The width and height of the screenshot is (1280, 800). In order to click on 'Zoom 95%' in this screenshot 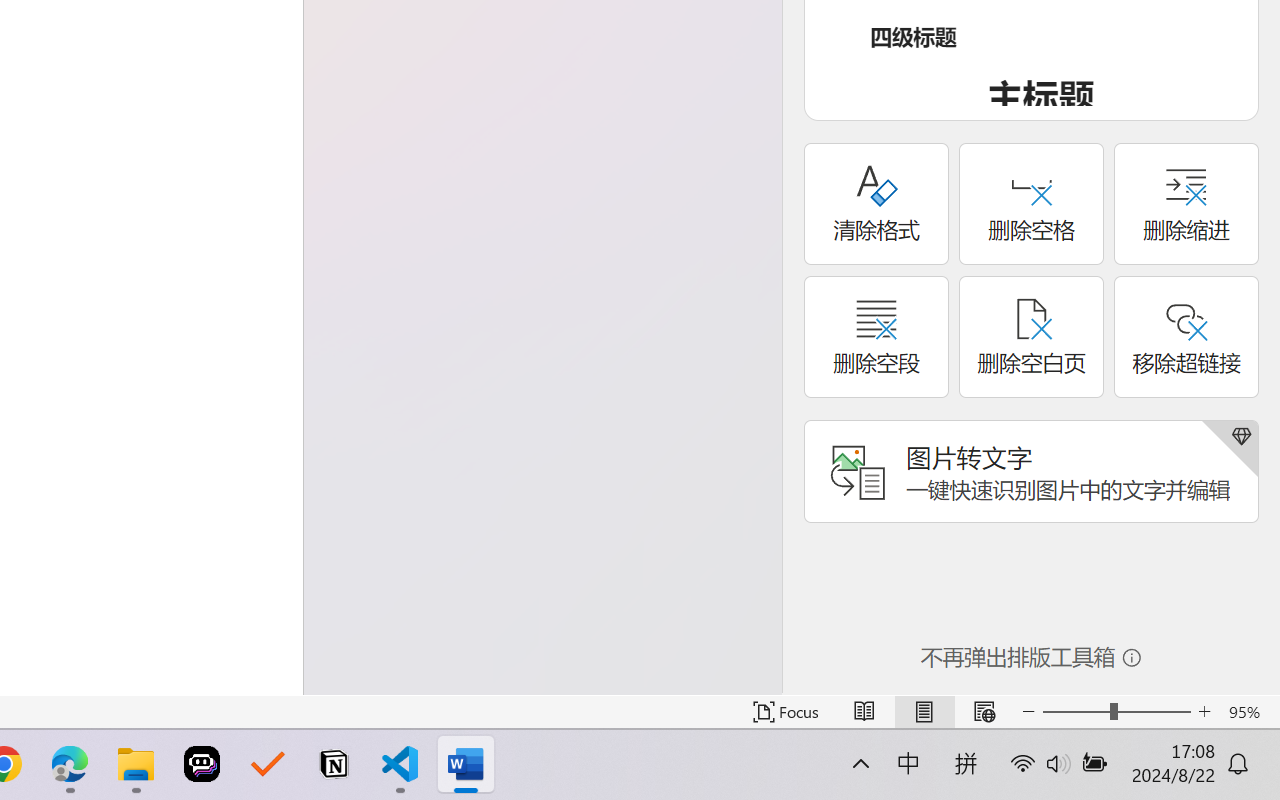, I will do `click(1248, 711)`.